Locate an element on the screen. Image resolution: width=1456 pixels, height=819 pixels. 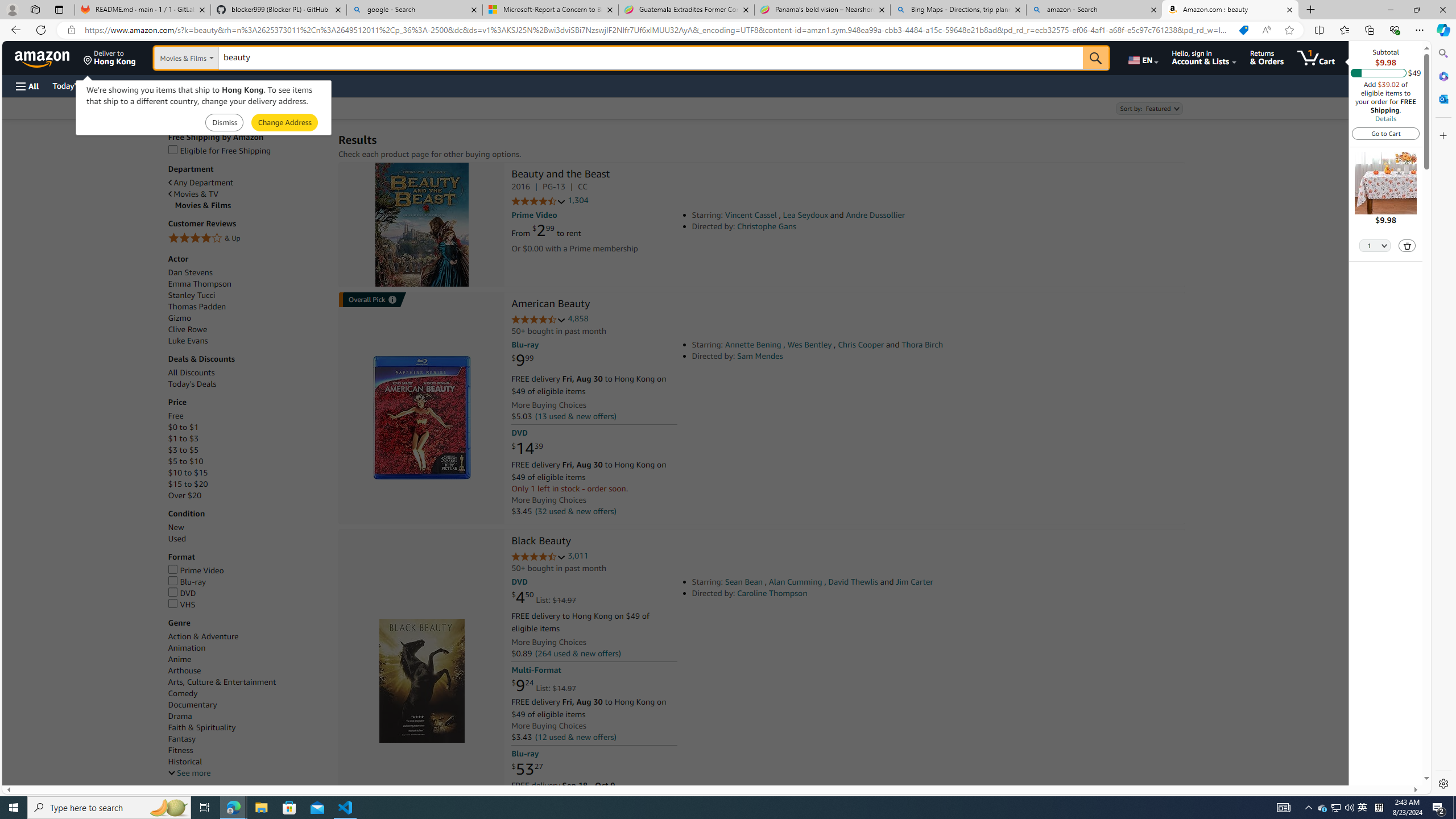
'(13 used & new offers)' is located at coordinates (574, 416).